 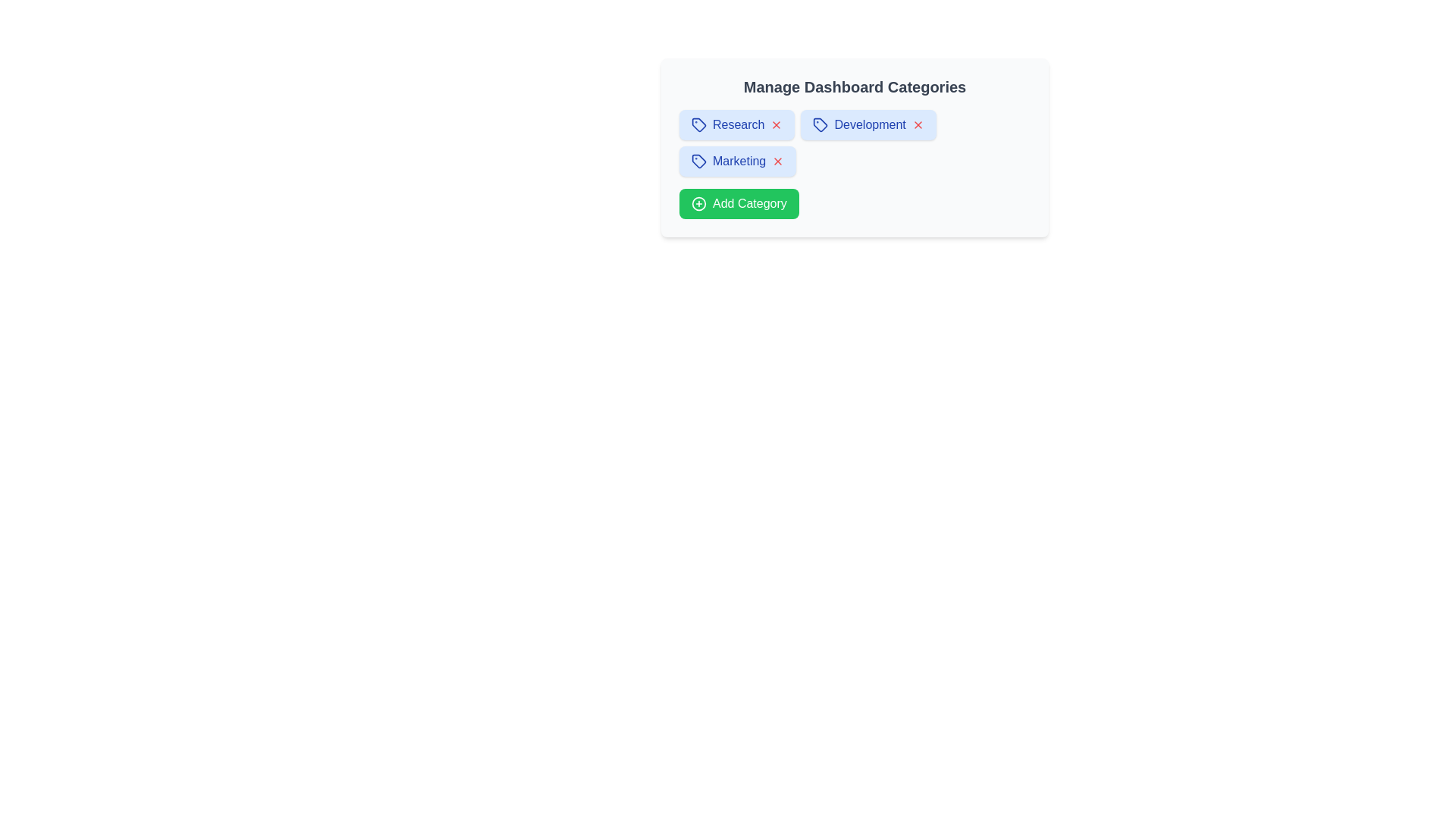 I want to click on the text of the category chip labeled Marketing to highlight it, so click(x=739, y=161).